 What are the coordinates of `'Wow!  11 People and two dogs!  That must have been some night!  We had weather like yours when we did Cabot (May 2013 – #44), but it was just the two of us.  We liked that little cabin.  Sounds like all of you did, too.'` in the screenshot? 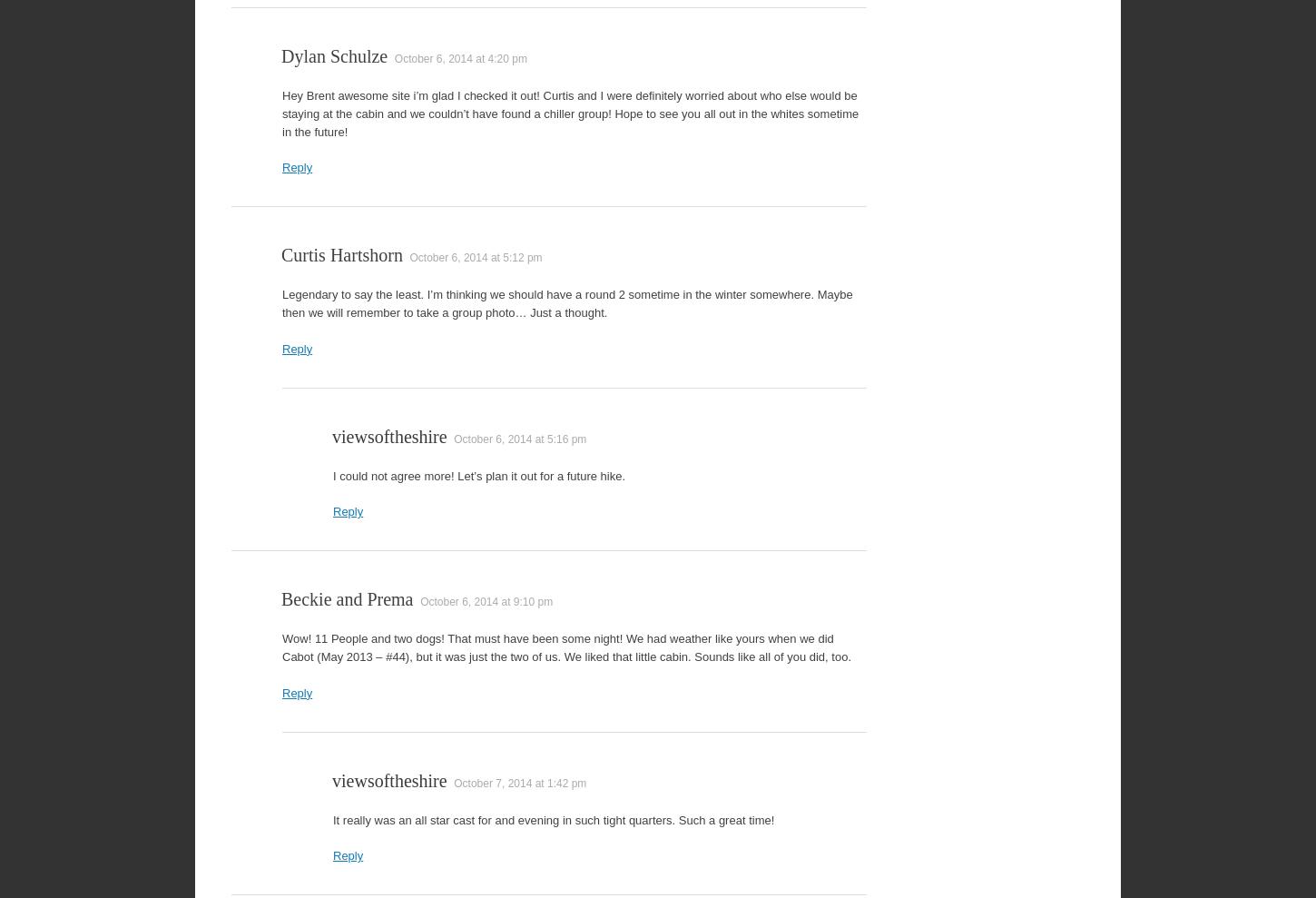 It's located at (565, 646).